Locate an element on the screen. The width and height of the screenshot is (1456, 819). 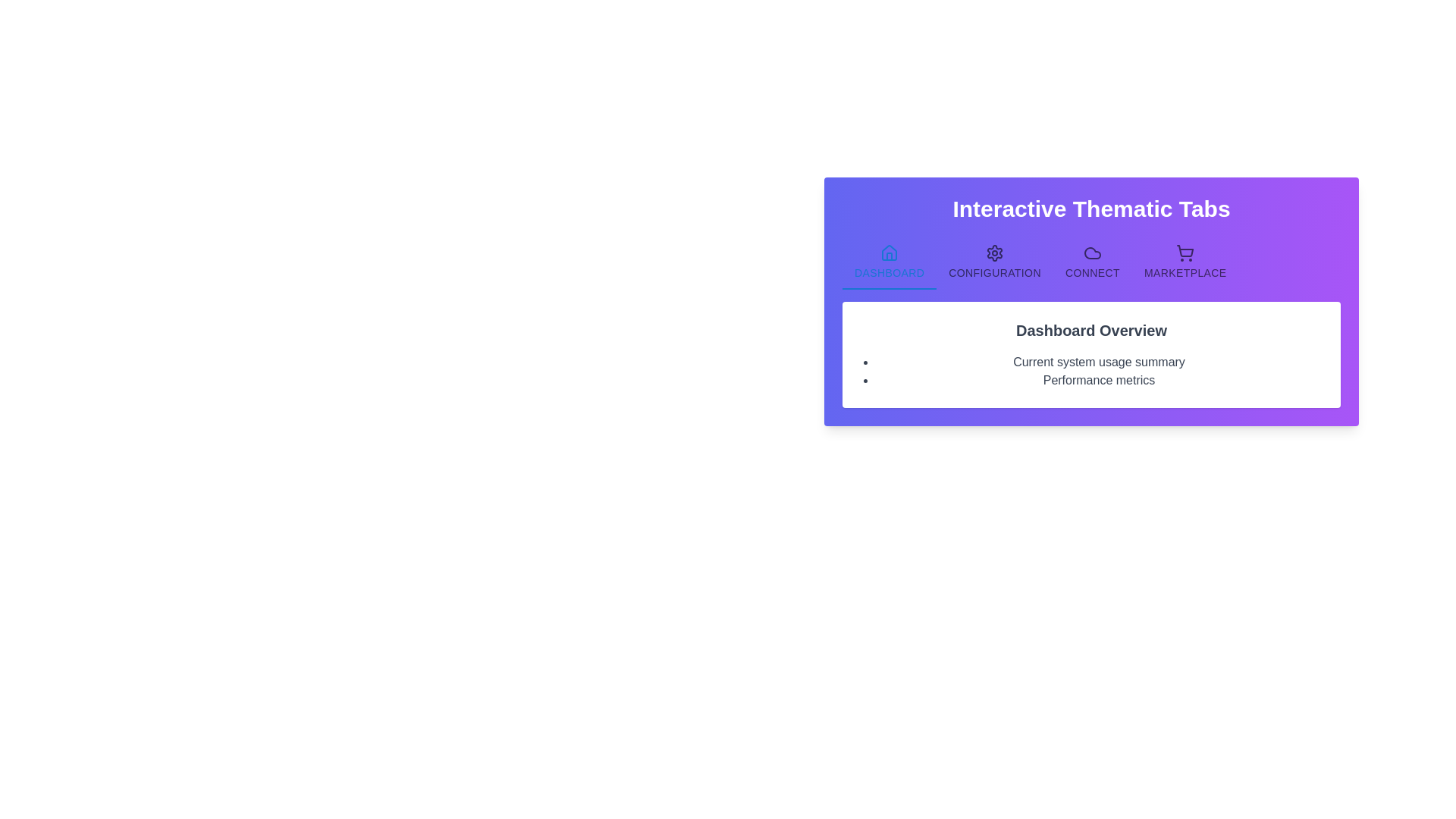
the third tab labeled 'Connect' is located at coordinates (1090, 262).